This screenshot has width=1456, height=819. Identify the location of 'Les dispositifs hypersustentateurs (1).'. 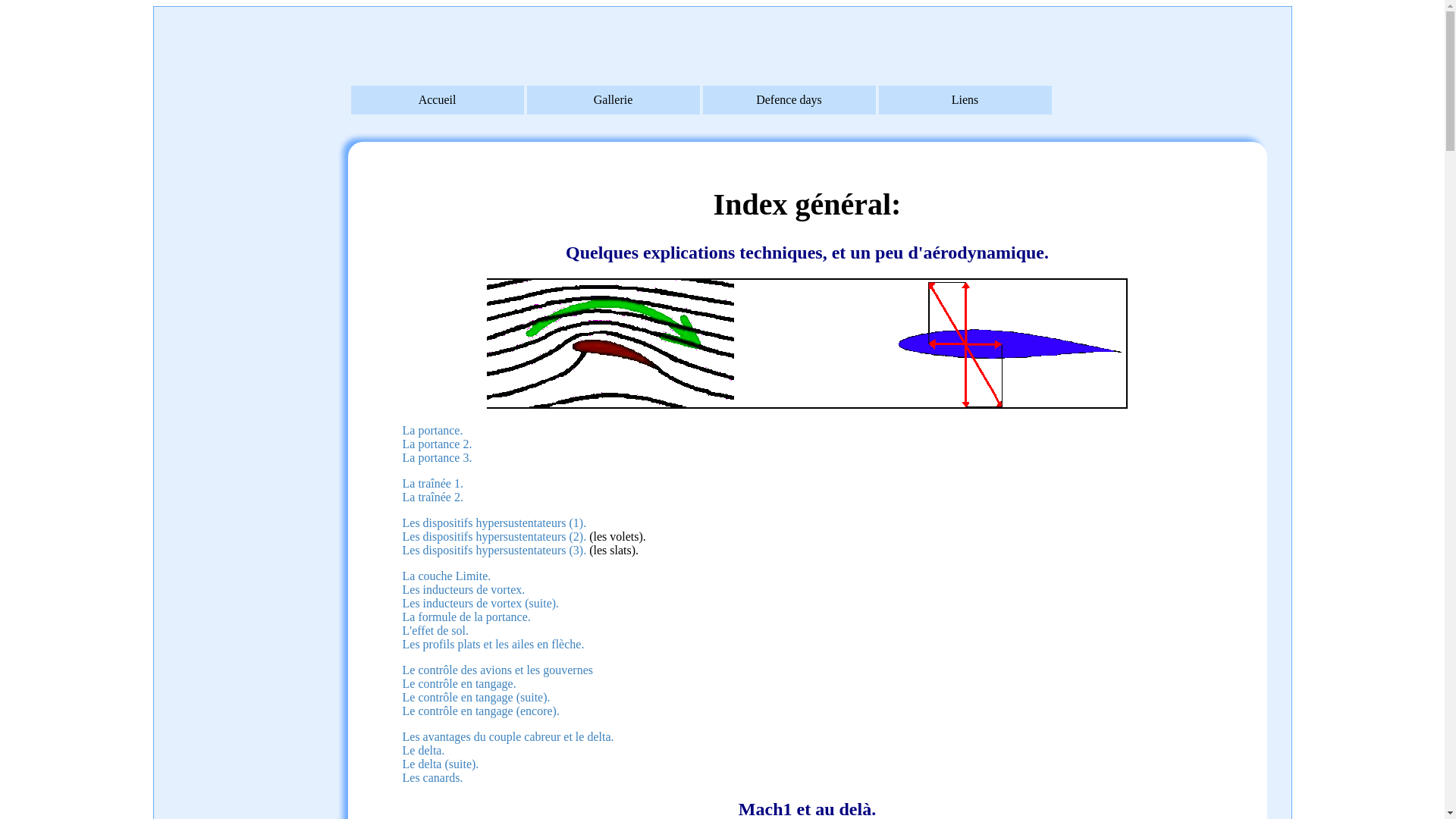
(401, 521).